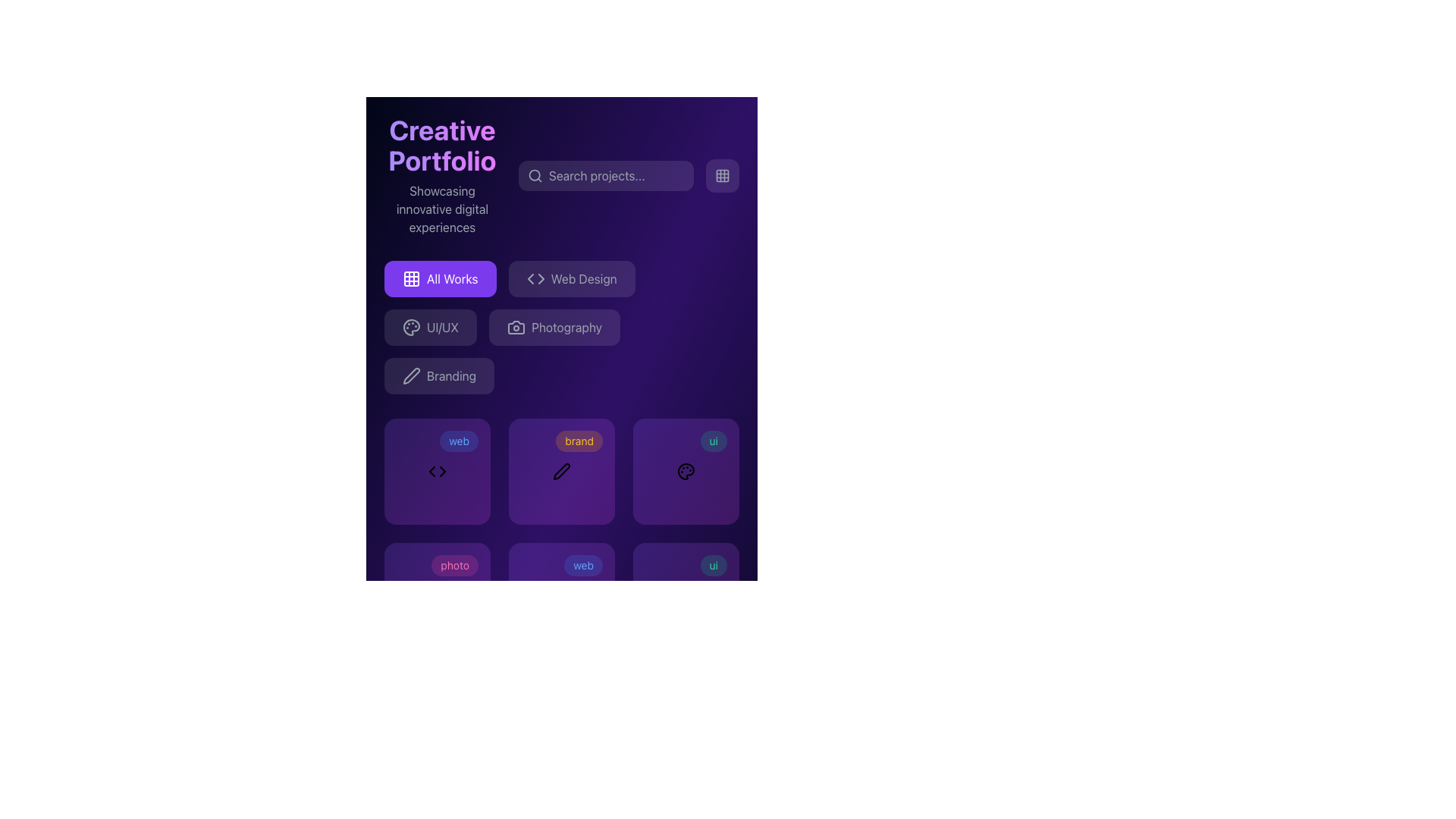 The image size is (1456, 819). What do you see at coordinates (554, 626) in the screenshot?
I see `the number displayed on the Text label that shows the count of likes or favorites associated with the item, located near the bottom of the interface, to the right of the heart icon` at bounding box center [554, 626].